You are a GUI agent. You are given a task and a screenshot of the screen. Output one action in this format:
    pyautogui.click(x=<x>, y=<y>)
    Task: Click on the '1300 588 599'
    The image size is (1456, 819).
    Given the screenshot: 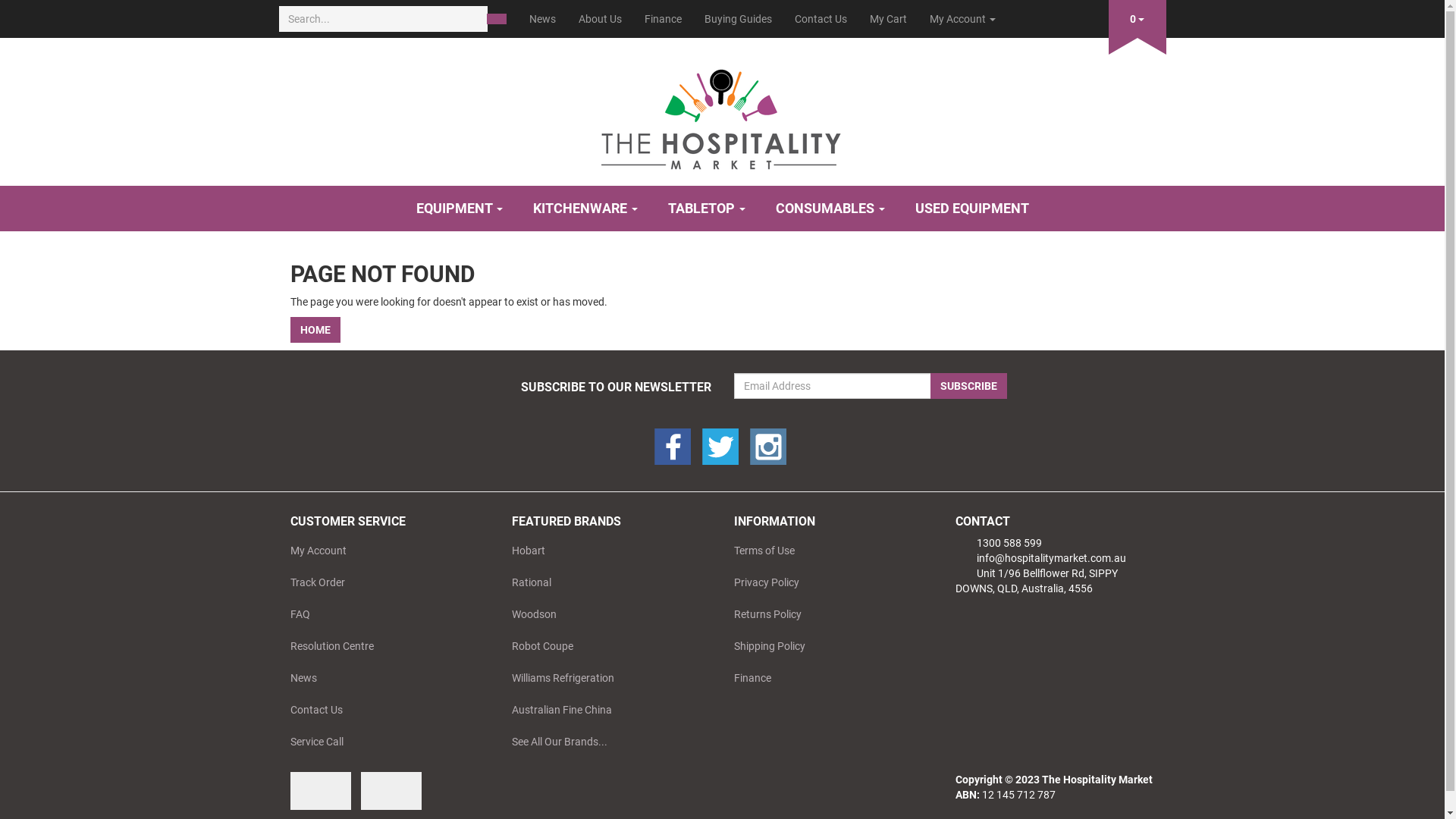 What is the action you would take?
    pyautogui.click(x=998, y=542)
    